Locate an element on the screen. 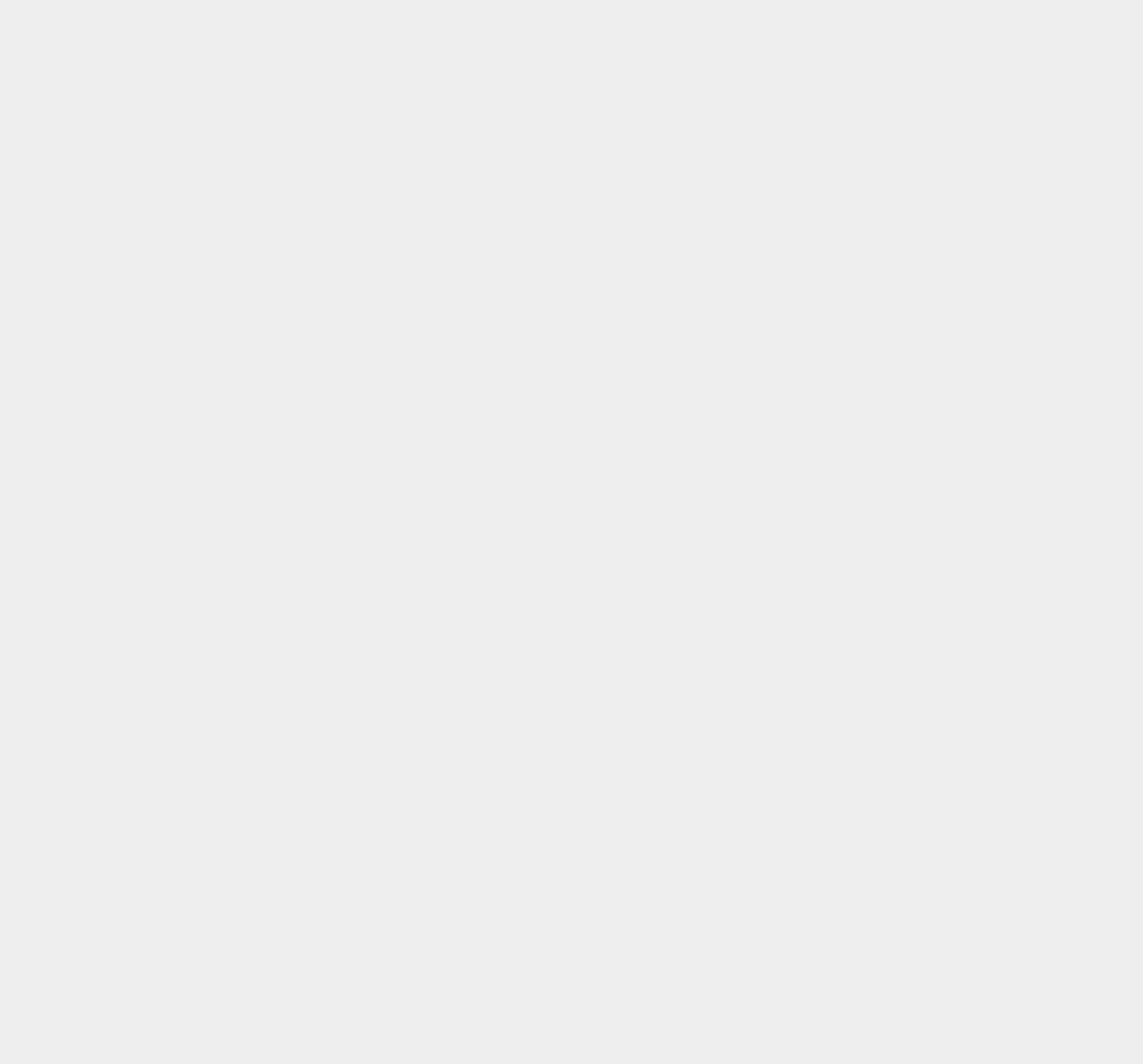 This screenshot has height=1064, width=1143. 'Lync Desk Phones' is located at coordinates (864, 551).